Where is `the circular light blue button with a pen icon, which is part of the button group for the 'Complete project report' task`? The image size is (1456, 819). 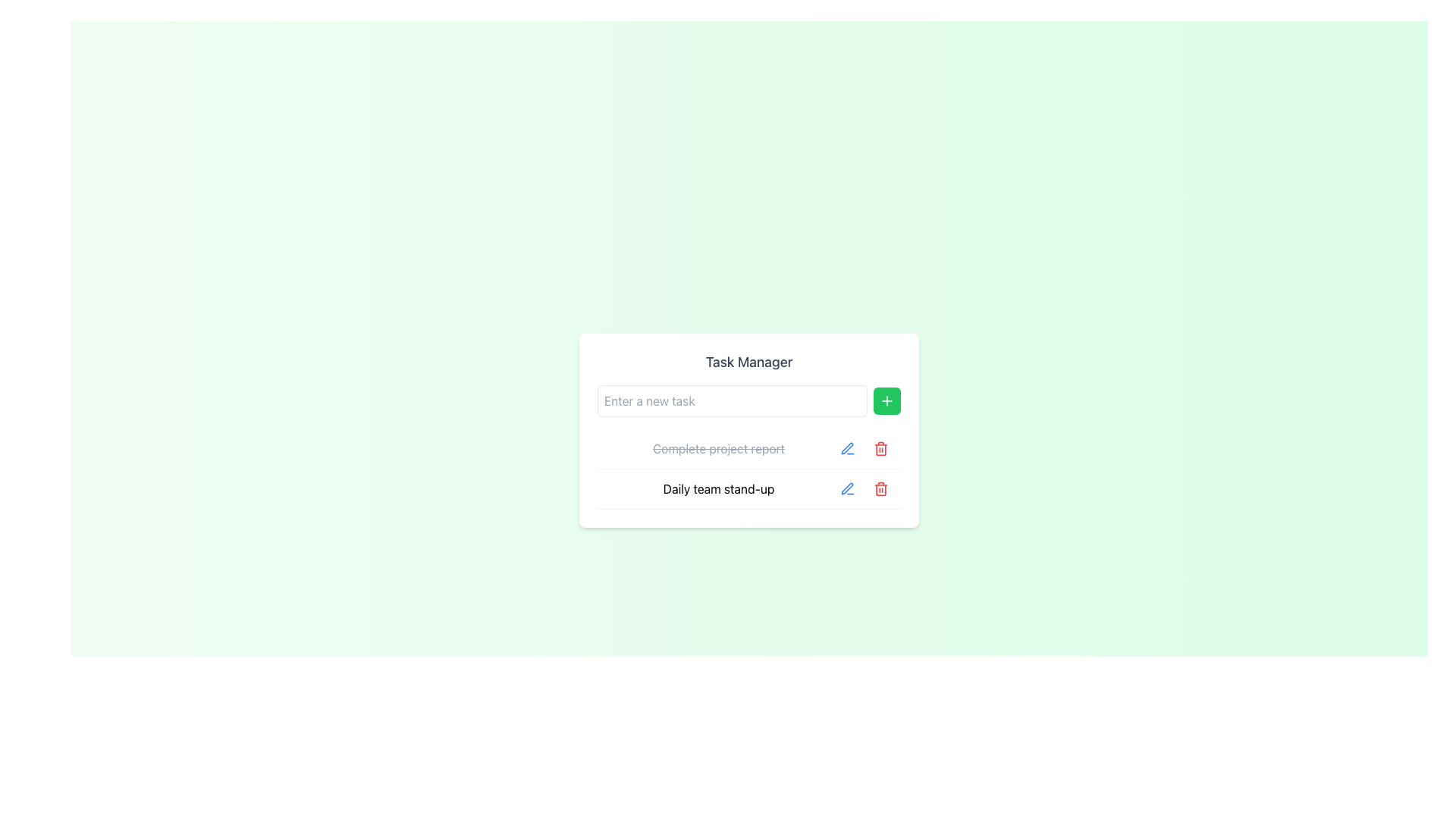 the circular light blue button with a pen icon, which is part of the button group for the 'Complete project report' task is located at coordinates (847, 447).